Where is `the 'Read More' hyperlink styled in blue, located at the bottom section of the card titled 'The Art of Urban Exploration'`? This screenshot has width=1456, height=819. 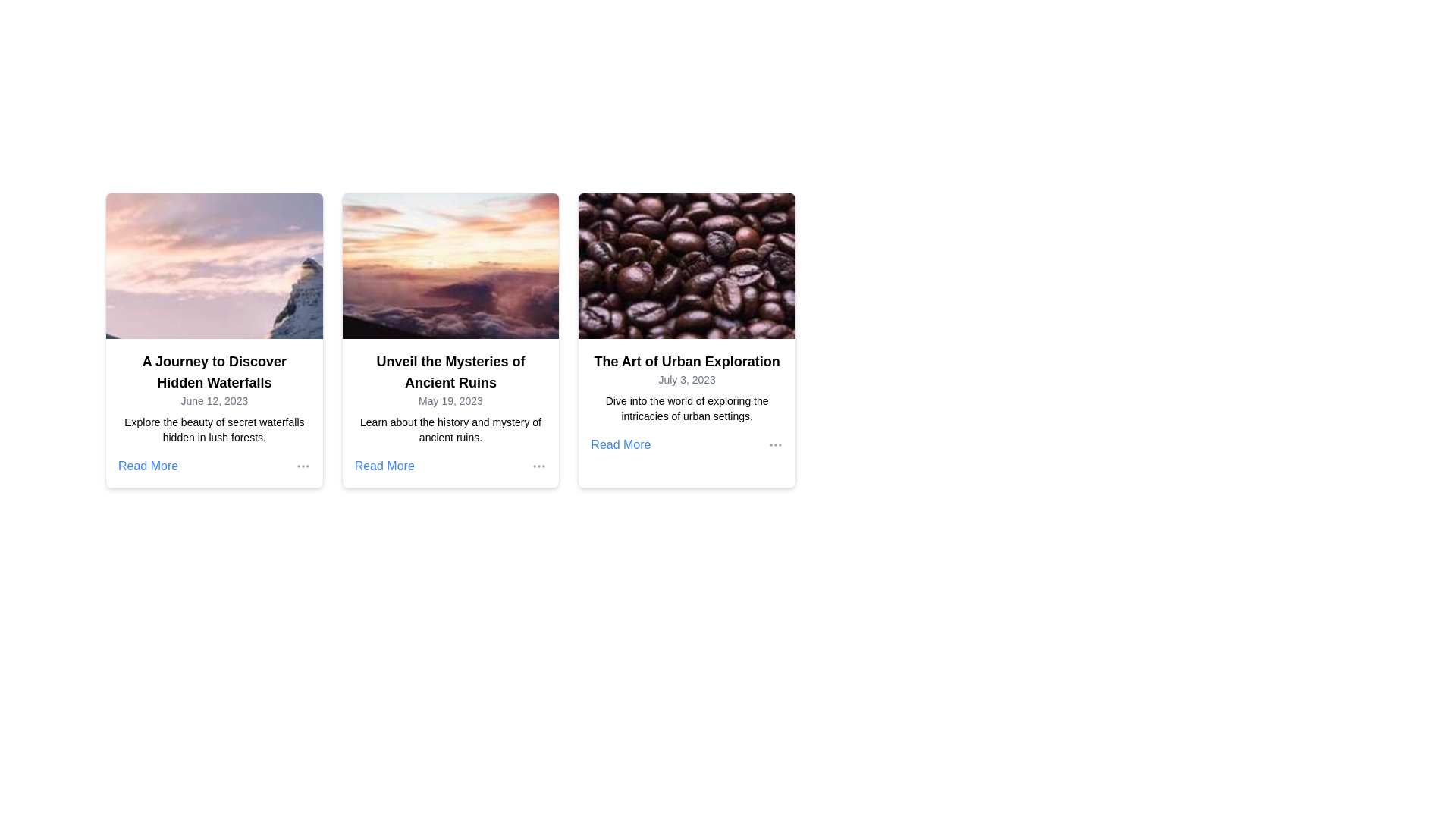
the 'Read More' hyperlink styled in blue, located at the bottom section of the card titled 'The Art of Urban Exploration' is located at coordinates (686, 444).